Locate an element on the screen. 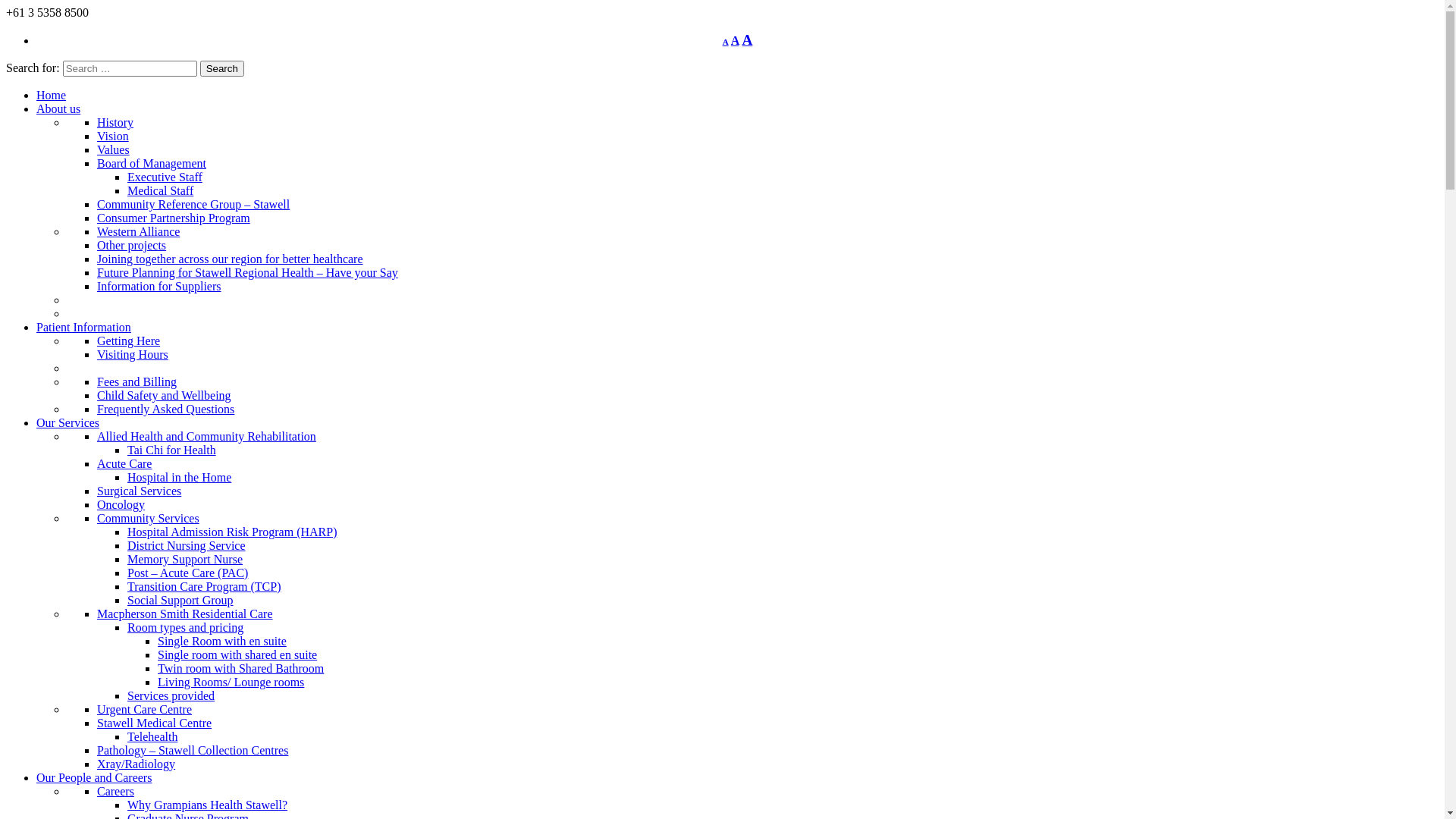  'Board of Management' is located at coordinates (152, 163).